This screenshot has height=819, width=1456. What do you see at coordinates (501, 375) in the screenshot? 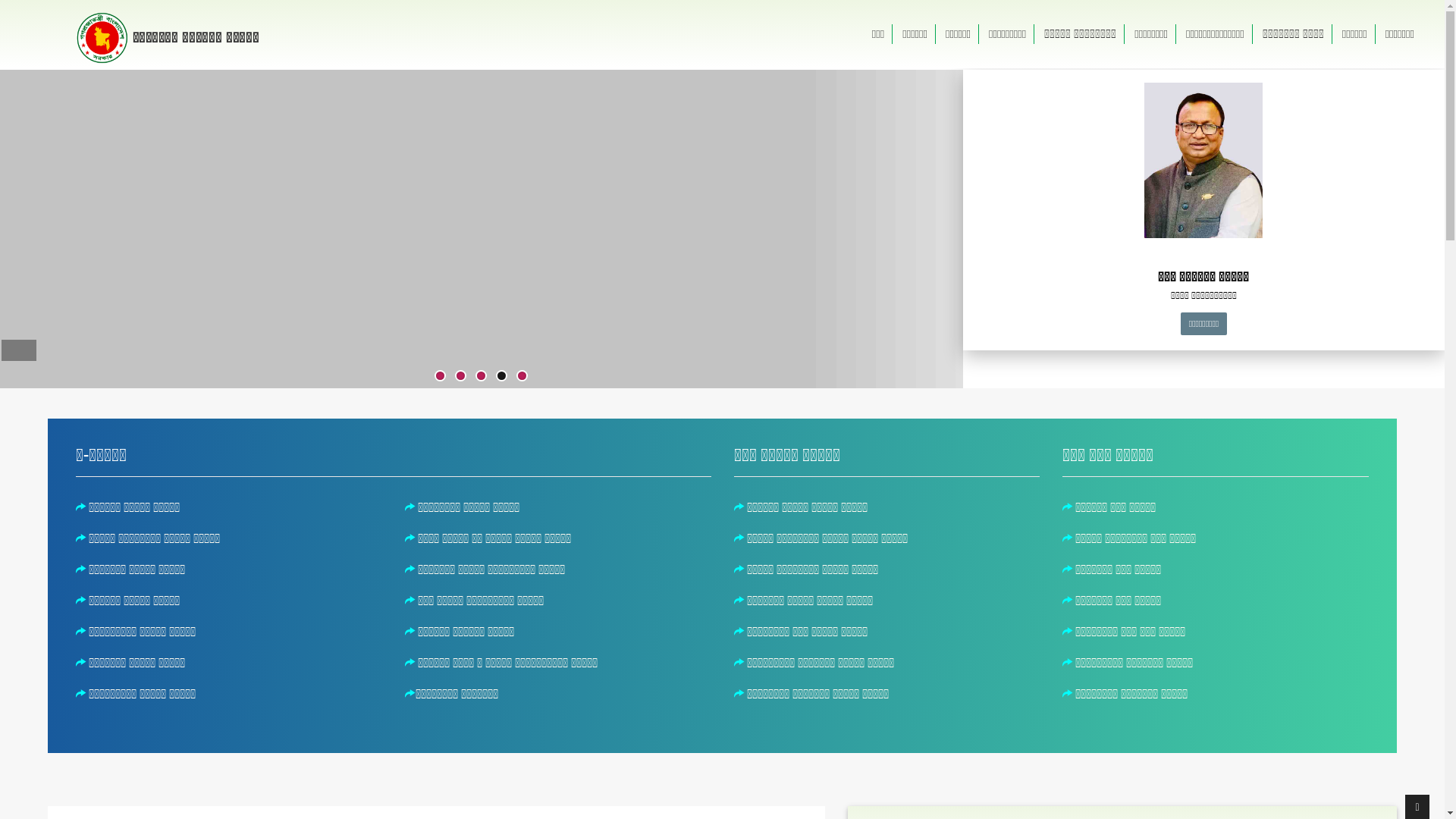
I see `'4'` at bounding box center [501, 375].